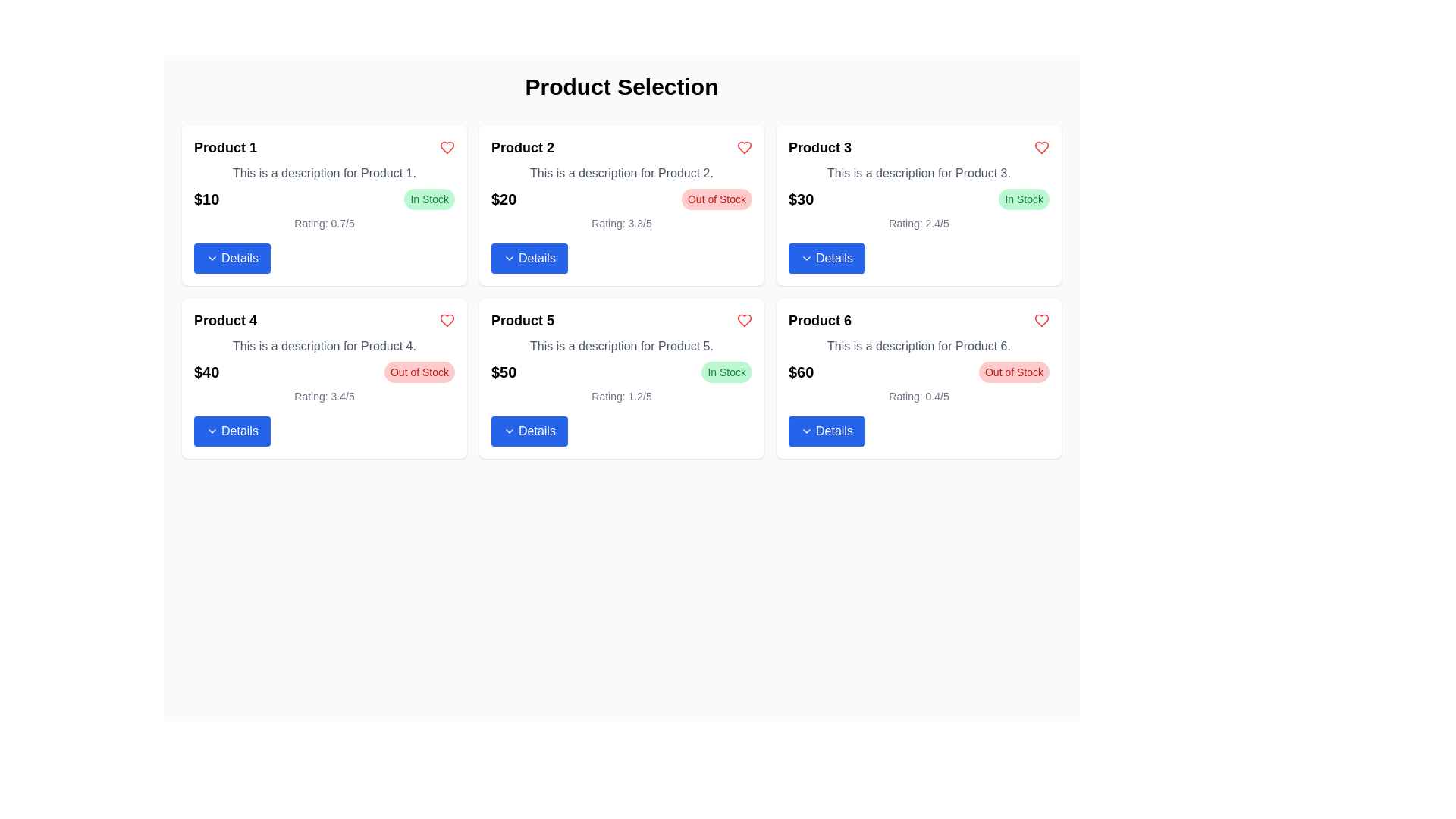  Describe the element at coordinates (419, 372) in the screenshot. I see `the 'Out of Stock' label with a red background located in the bottom-right portion of the 'Product 4' card, right of the price label ('$40')` at that location.